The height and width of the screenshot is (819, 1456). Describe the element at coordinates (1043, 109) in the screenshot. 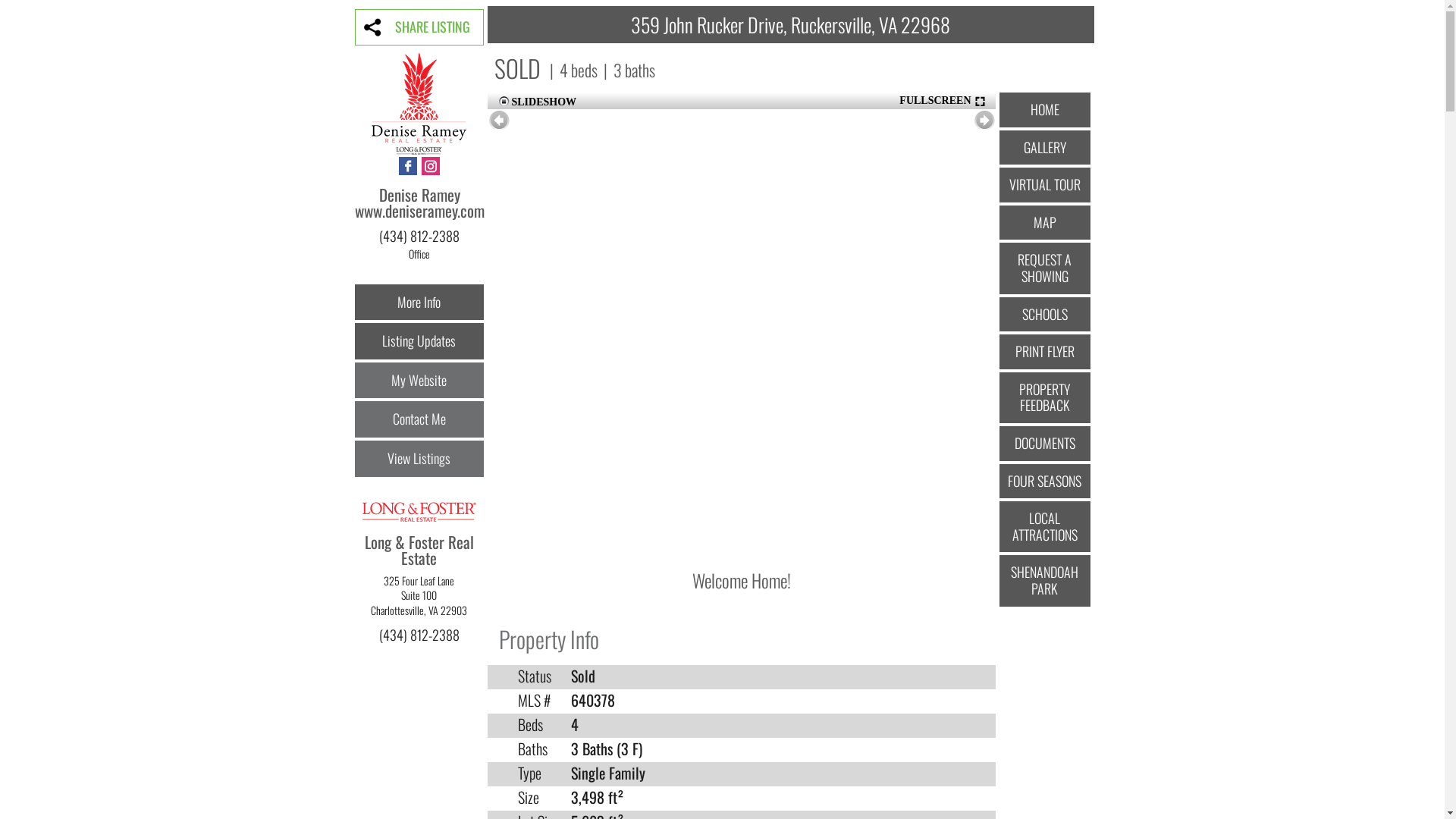

I see `'HOME'` at that location.